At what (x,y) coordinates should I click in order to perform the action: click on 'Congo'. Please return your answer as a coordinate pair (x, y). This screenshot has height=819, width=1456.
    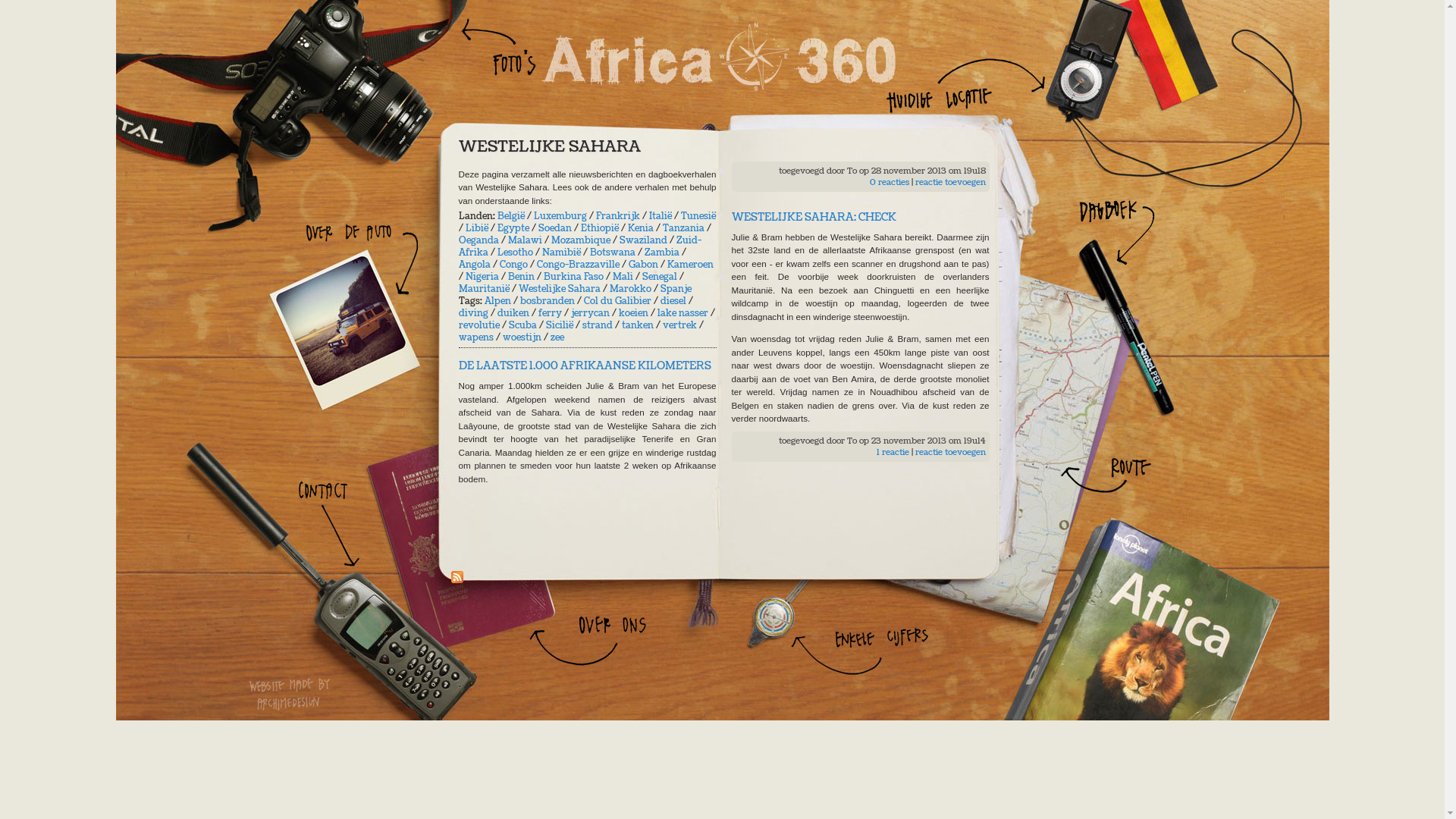
    Looking at the image, I should click on (513, 263).